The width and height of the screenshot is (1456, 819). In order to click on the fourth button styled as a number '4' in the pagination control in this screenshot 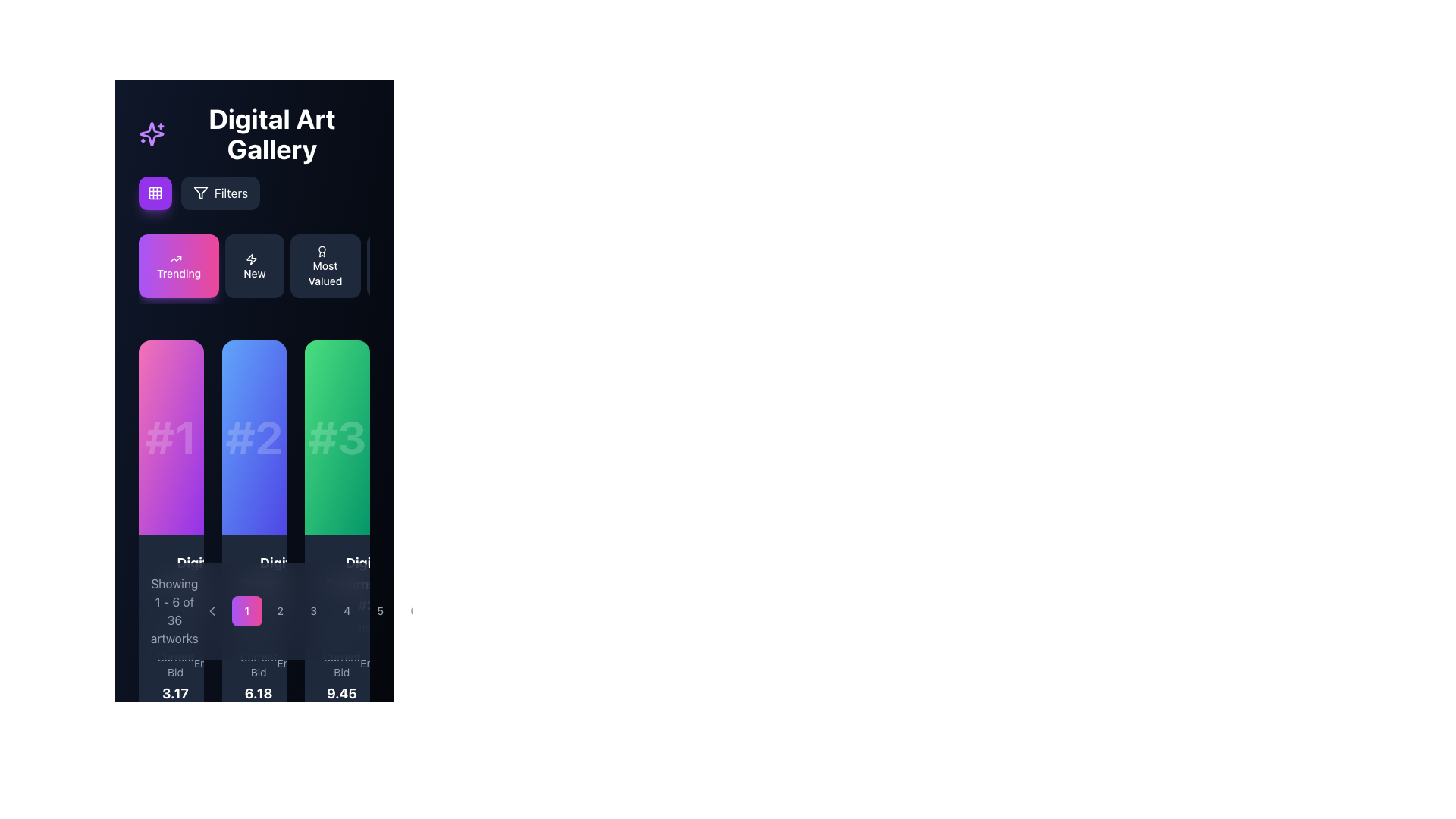, I will do `click(329, 610)`.